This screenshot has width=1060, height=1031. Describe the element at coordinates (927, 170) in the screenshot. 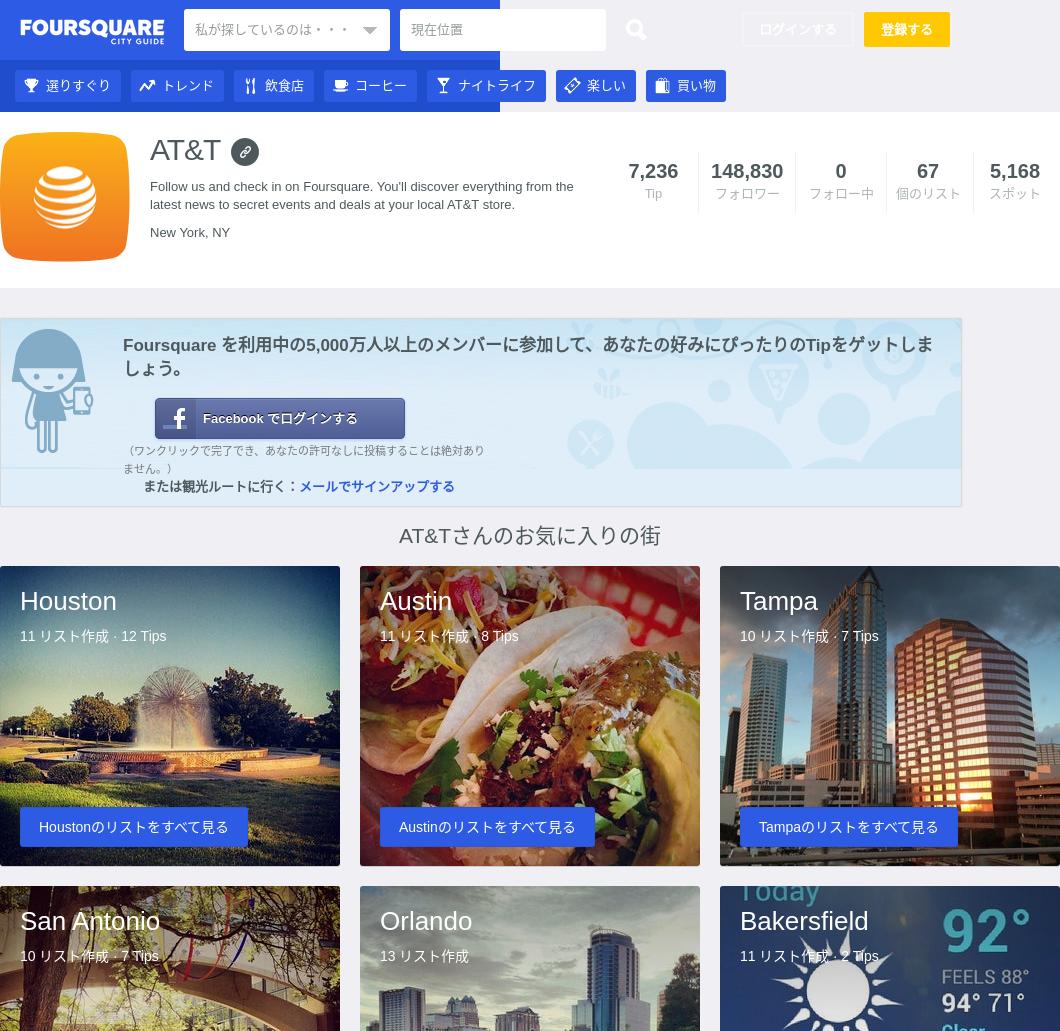

I see `'67'` at that location.